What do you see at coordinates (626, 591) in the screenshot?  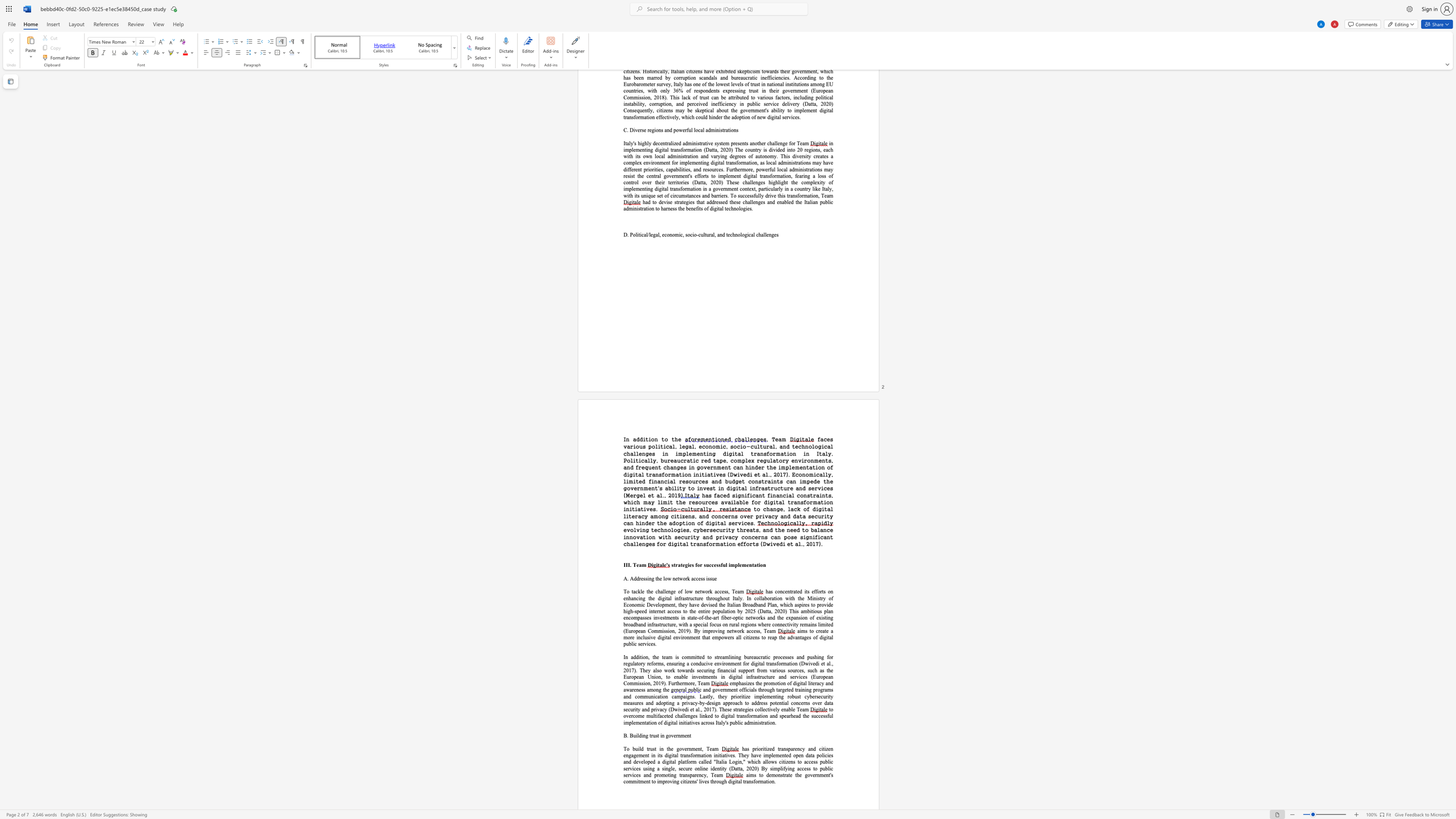 I see `the subset text "o tackle the challenge of l" within the text "To tackle the challenge of low network access, Team"` at bounding box center [626, 591].